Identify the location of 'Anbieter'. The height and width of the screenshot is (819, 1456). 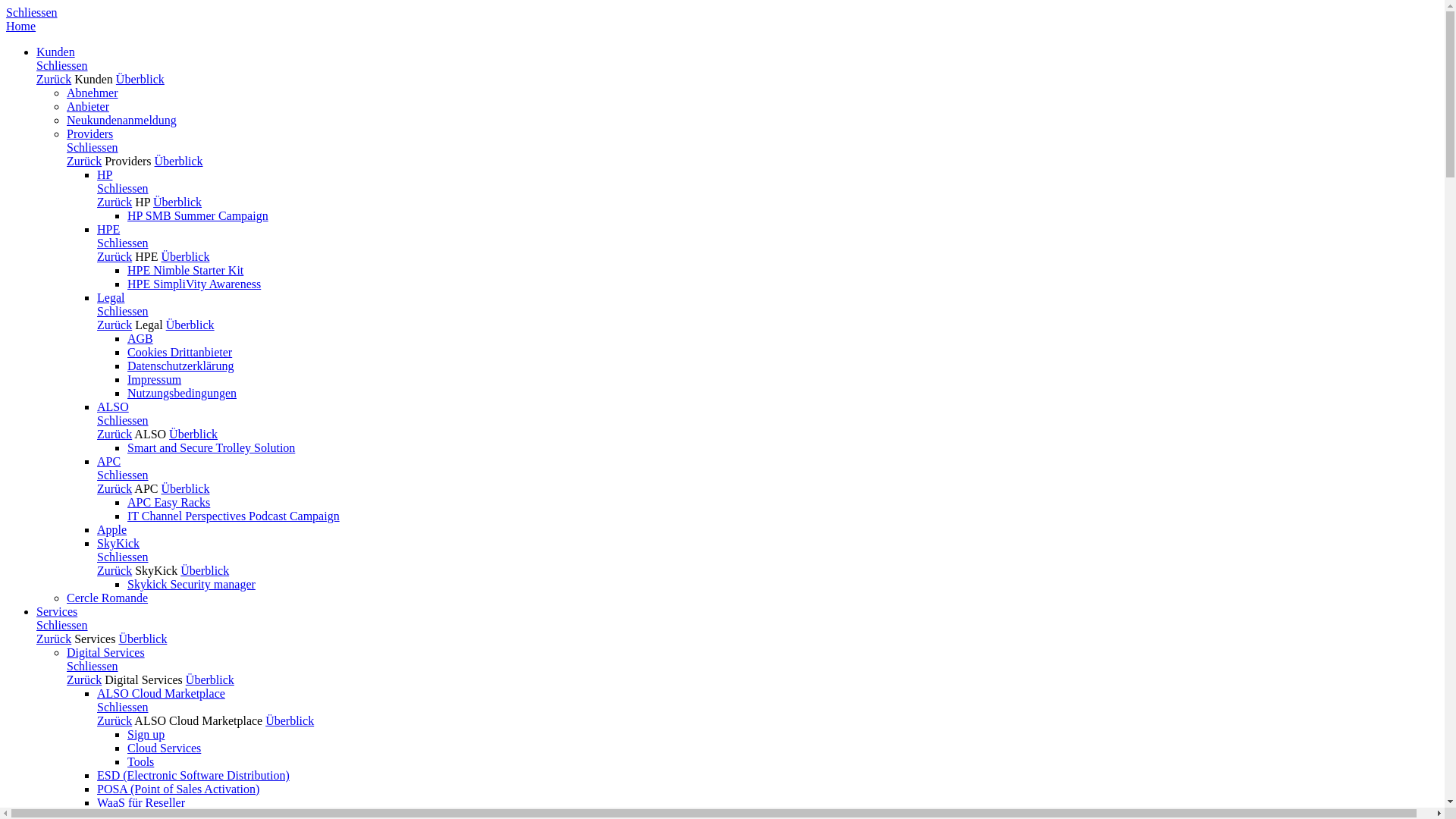
(86, 105).